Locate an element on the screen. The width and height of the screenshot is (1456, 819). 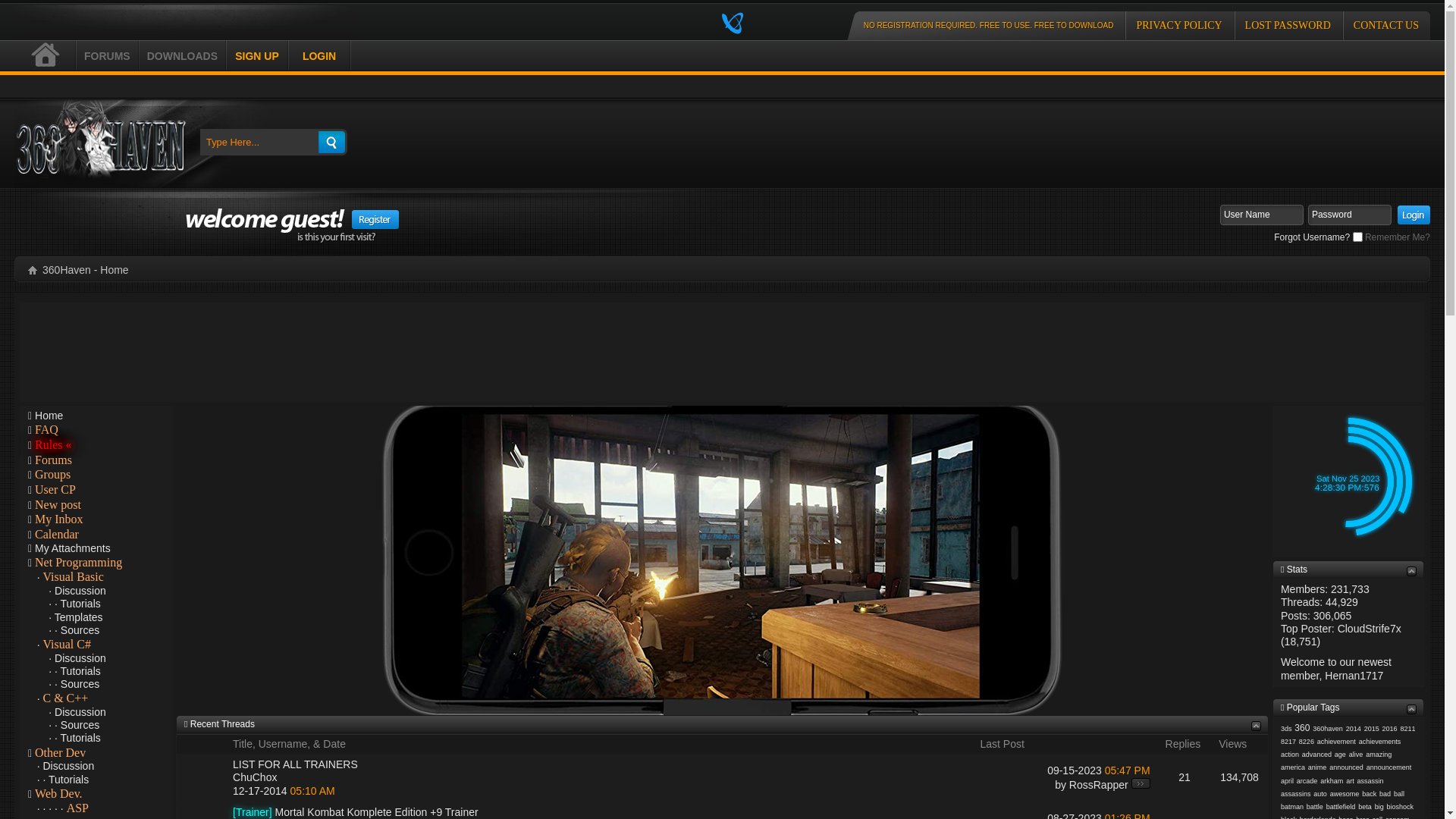
'Web Dev.' is located at coordinates (35, 792).